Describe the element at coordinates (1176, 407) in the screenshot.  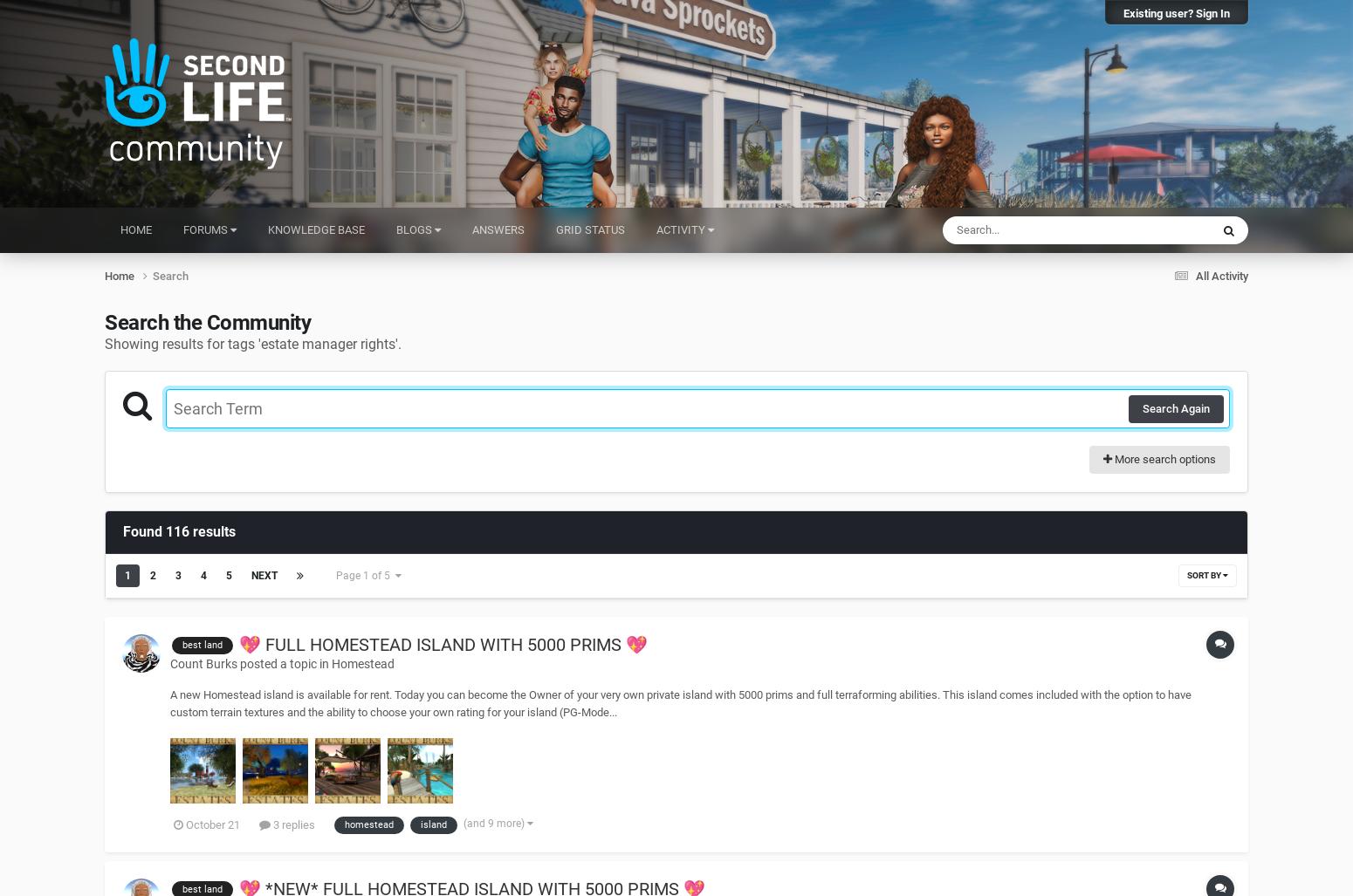
I see `'Search Again'` at that location.